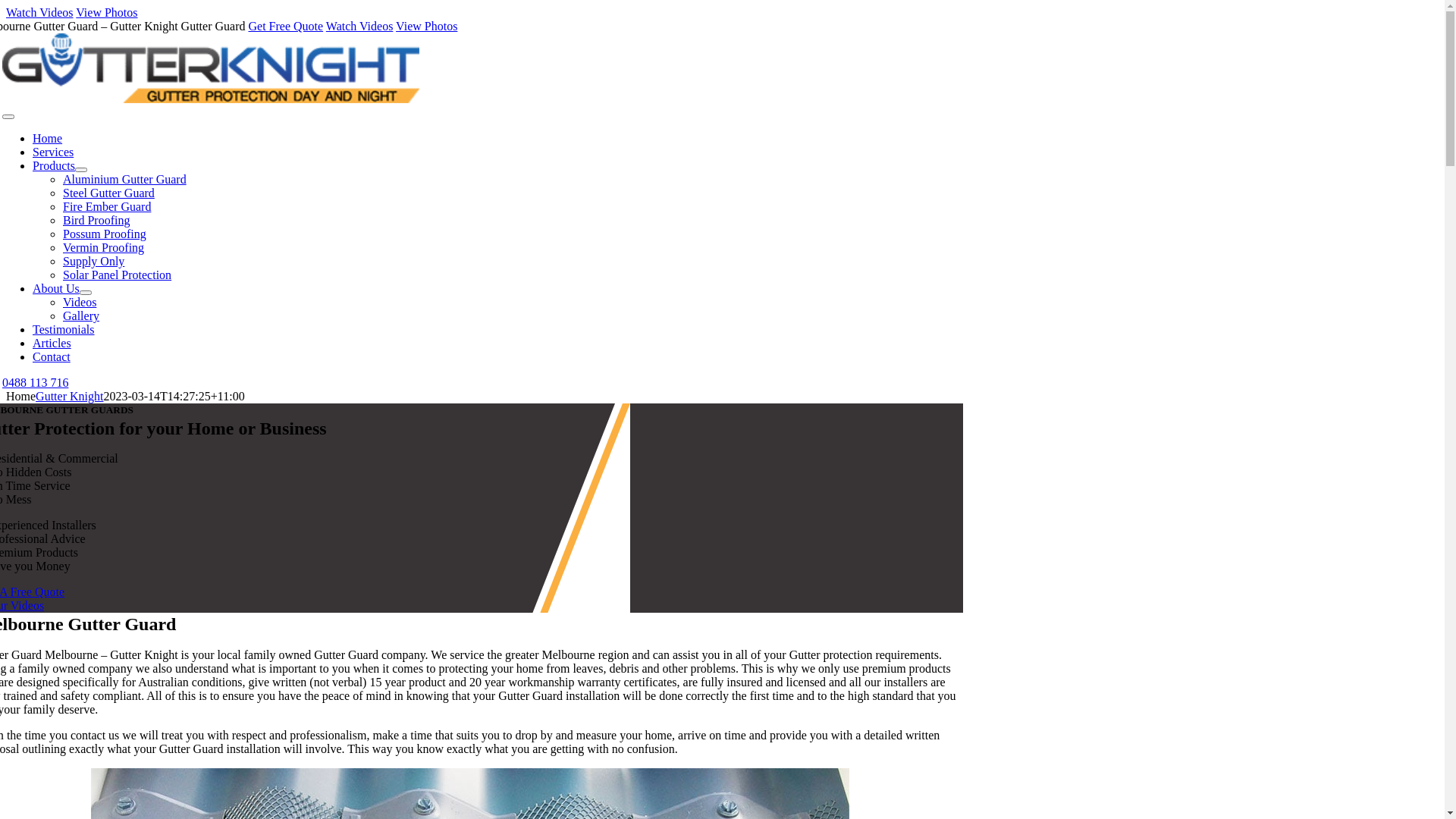  I want to click on 'Supply Only', so click(93, 260).